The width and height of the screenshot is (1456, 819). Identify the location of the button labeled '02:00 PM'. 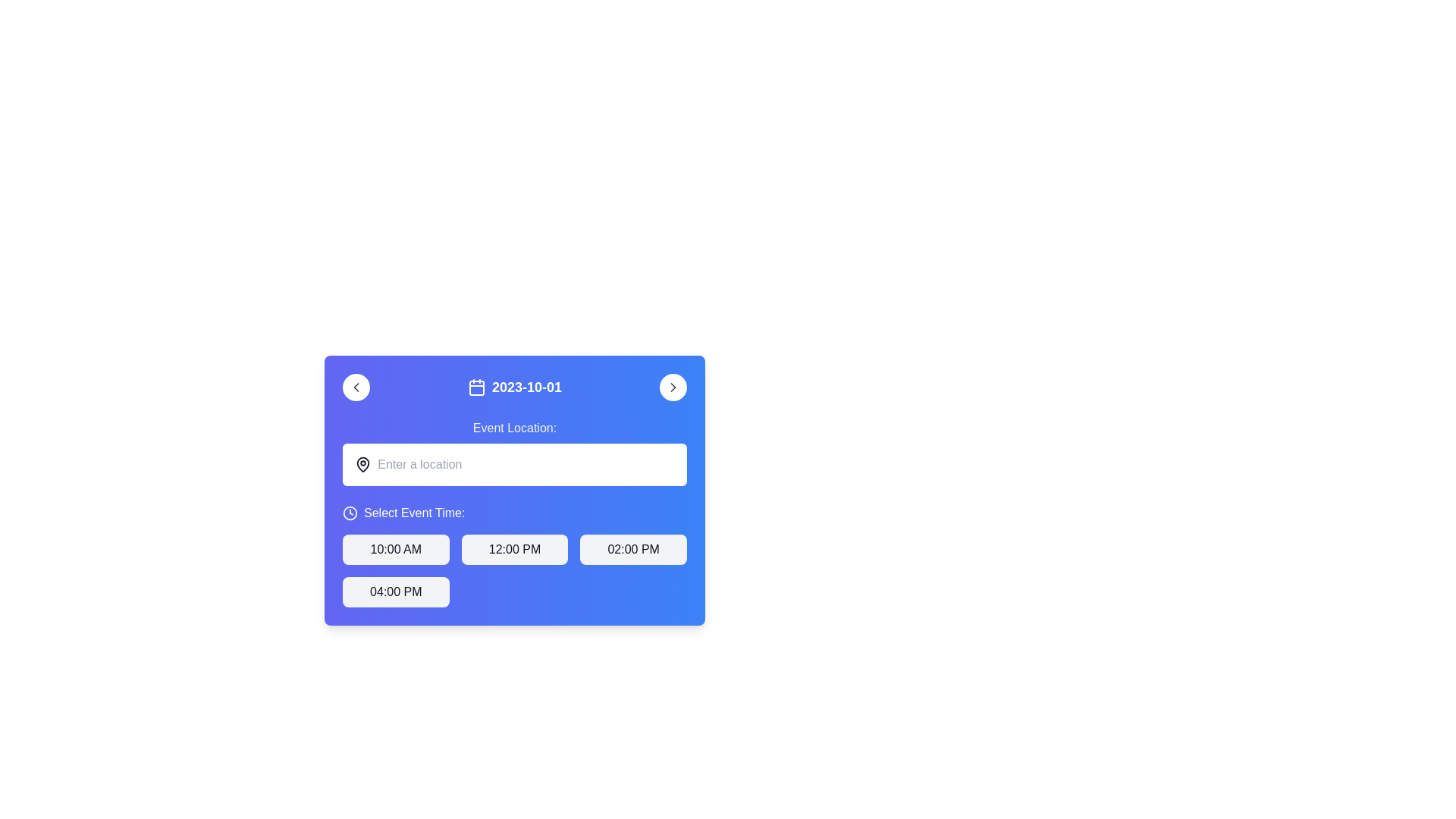
(633, 550).